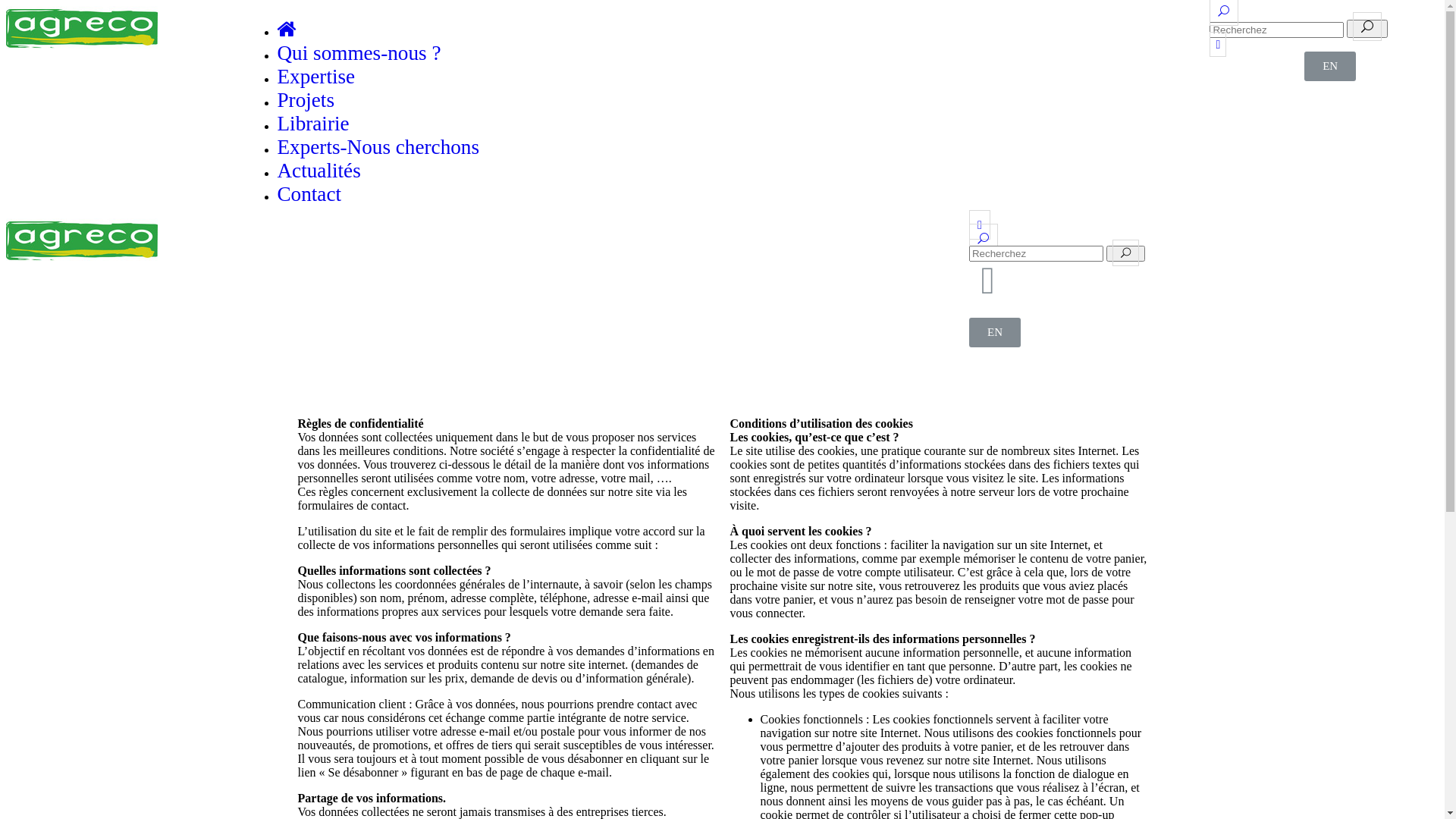 This screenshot has width=1456, height=819. Describe the element at coordinates (95, 282) in the screenshot. I see `'Experts-Nous cherchons'` at that location.